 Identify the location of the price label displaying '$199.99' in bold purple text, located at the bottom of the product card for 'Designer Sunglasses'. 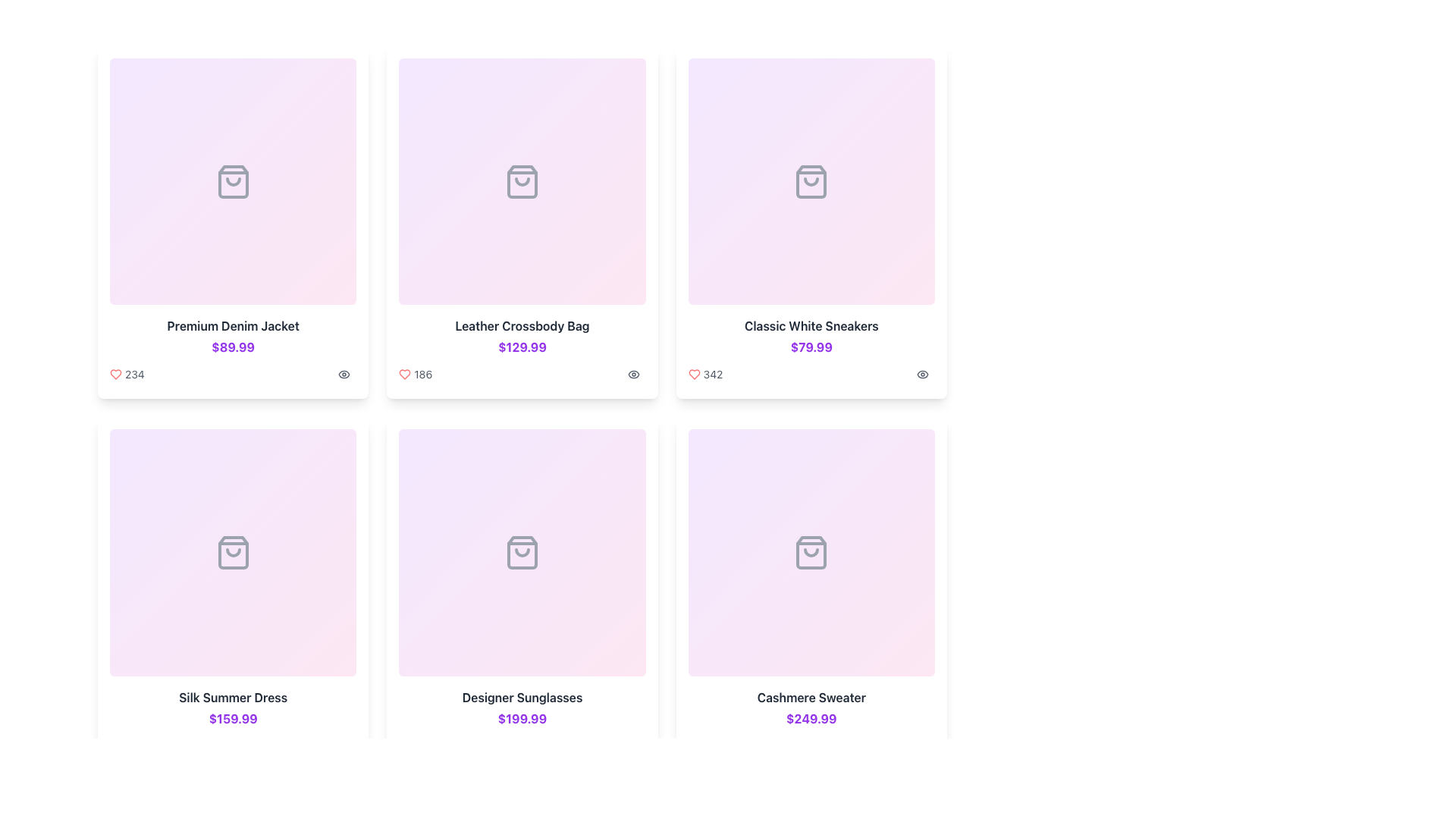
(522, 717).